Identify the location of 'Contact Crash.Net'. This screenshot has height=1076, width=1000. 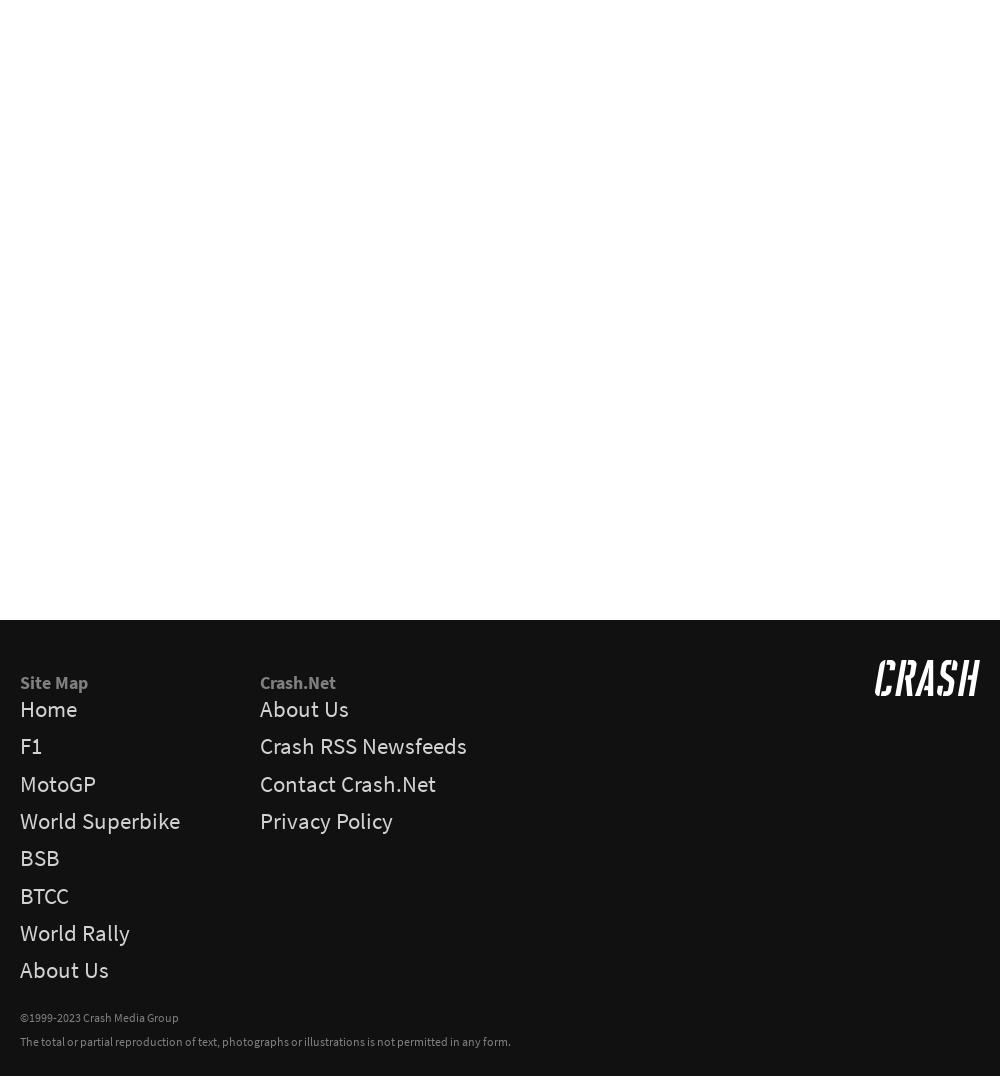
(347, 783).